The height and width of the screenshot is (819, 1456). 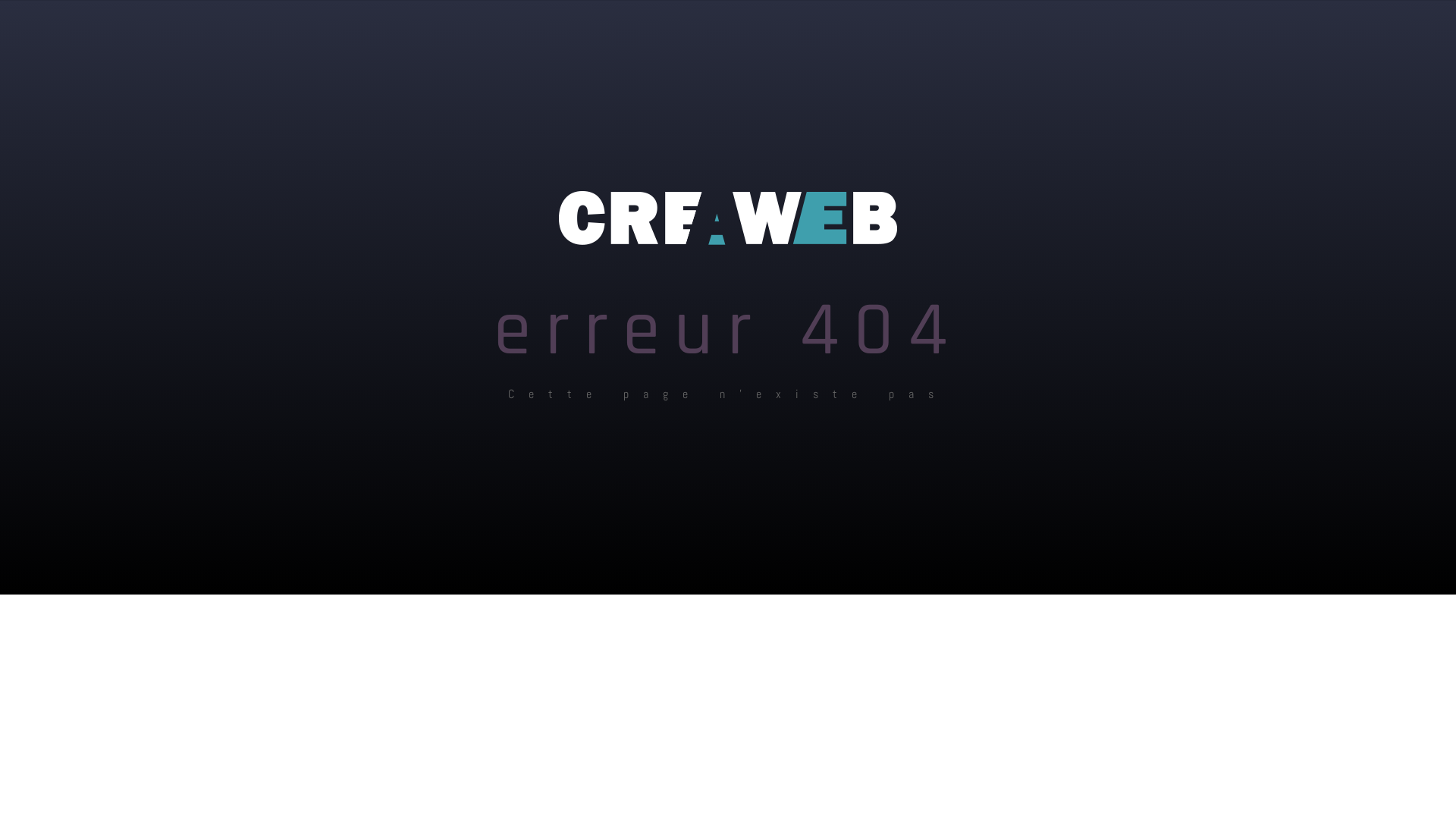 I want to click on 'LOGO', so click(x=728, y=218).